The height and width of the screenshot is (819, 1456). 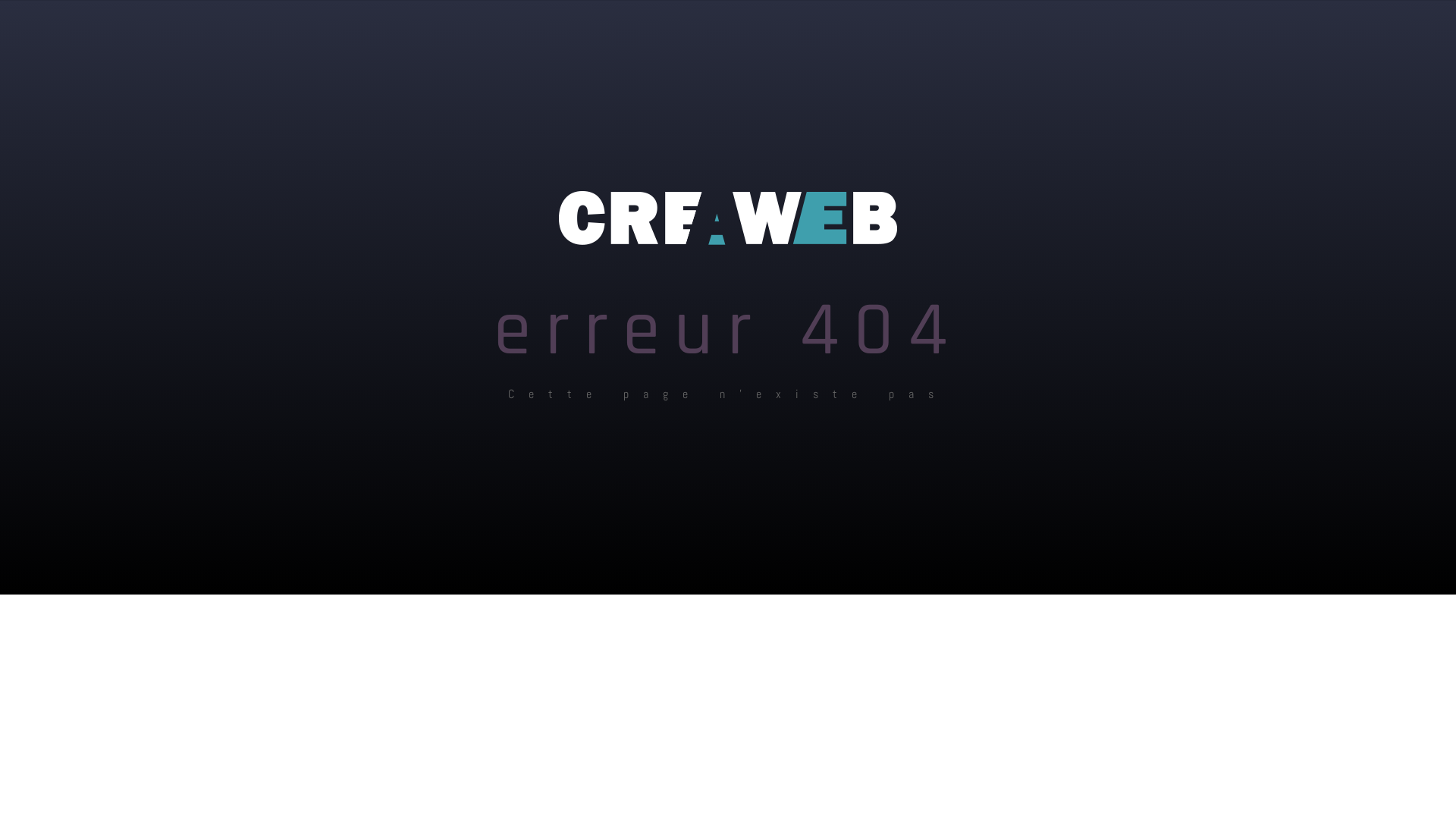 I want to click on 'LOGO', so click(x=728, y=218).